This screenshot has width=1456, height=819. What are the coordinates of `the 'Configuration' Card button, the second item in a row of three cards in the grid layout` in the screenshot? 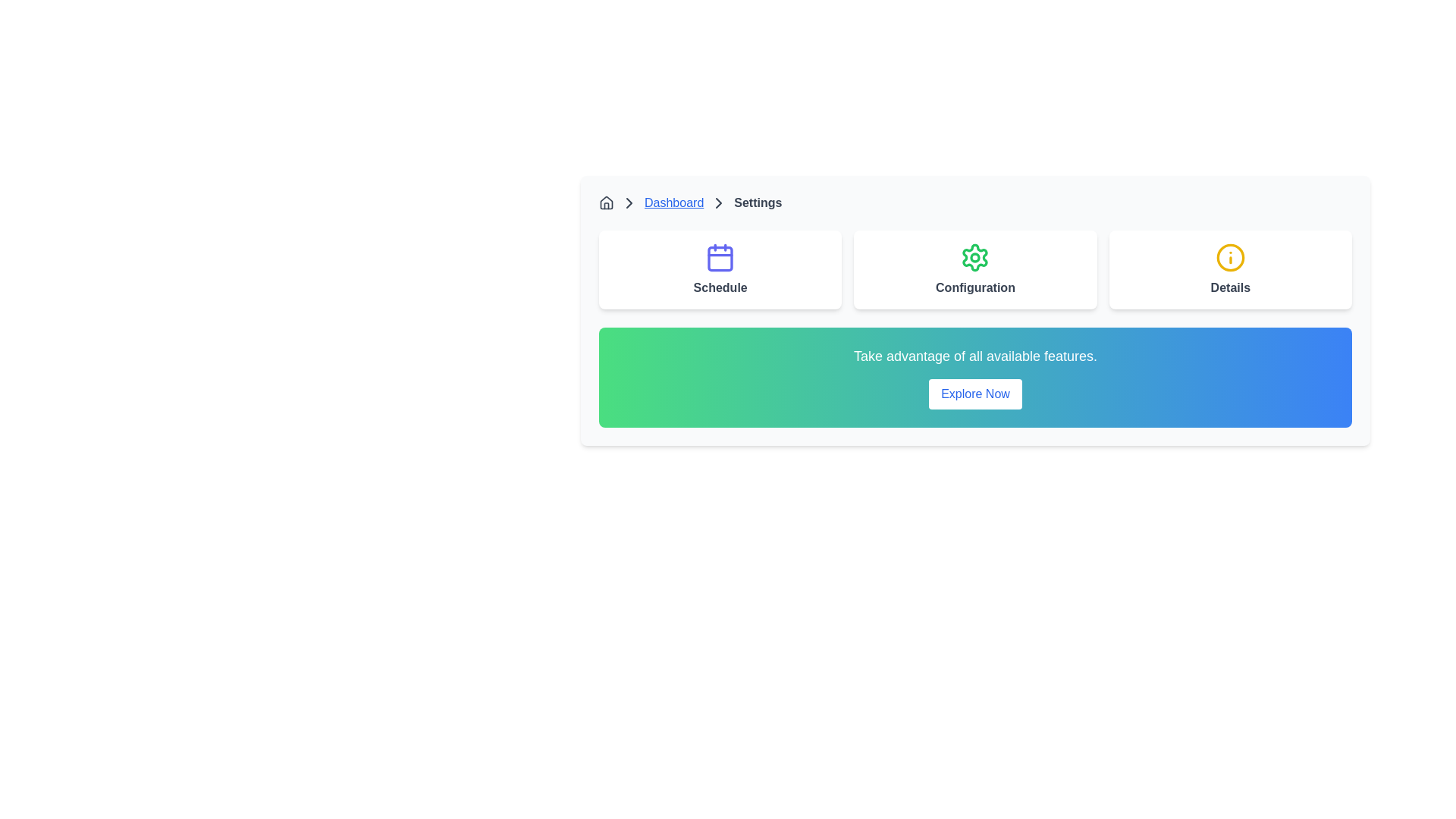 It's located at (975, 268).